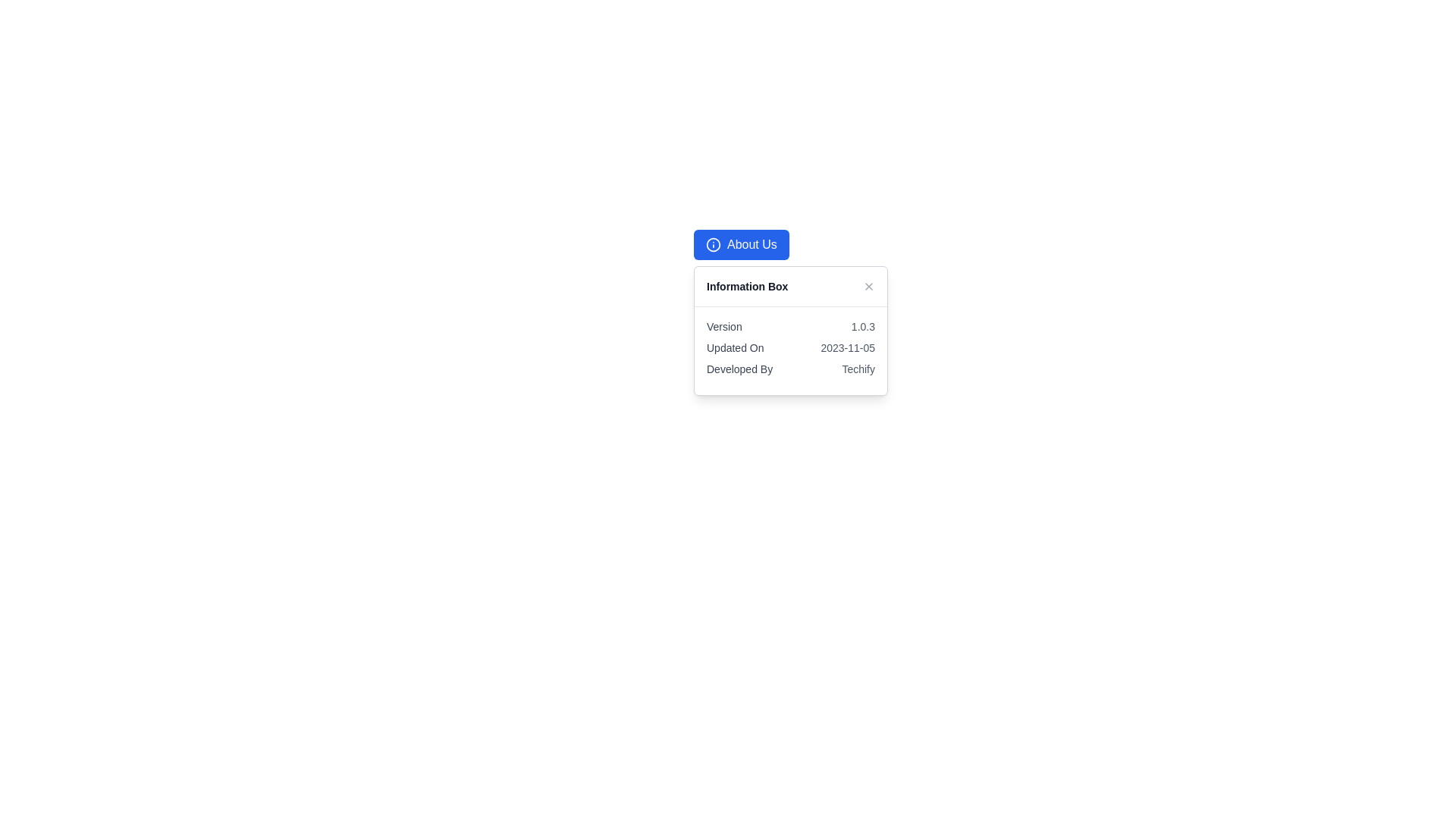 Image resolution: width=1456 pixels, height=819 pixels. What do you see at coordinates (863, 326) in the screenshot?
I see `version number displayed in the static text label located in the second column of the information box, immediately to the right of the 'Version' label` at bounding box center [863, 326].